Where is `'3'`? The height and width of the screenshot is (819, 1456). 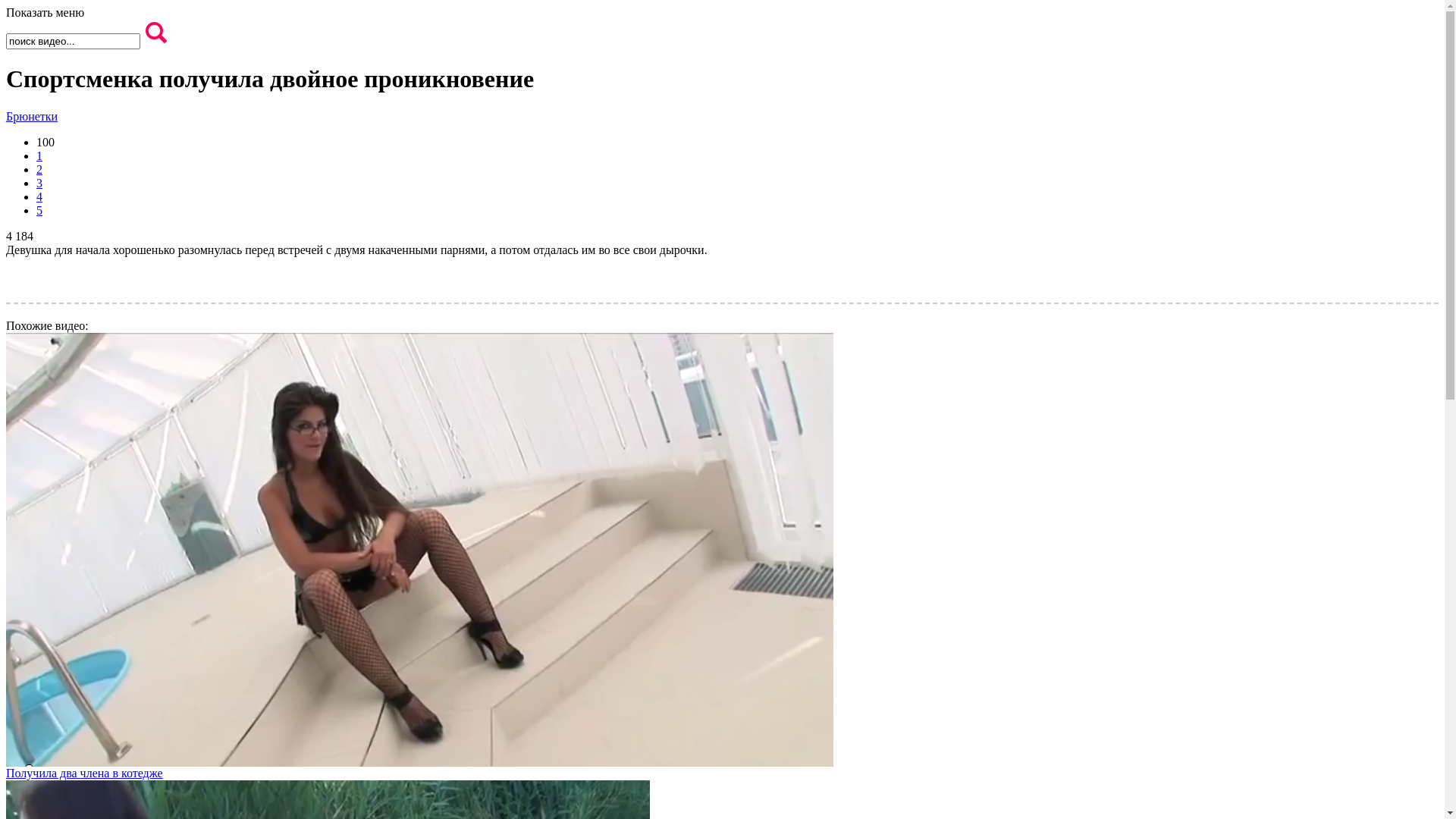 '3' is located at coordinates (39, 182).